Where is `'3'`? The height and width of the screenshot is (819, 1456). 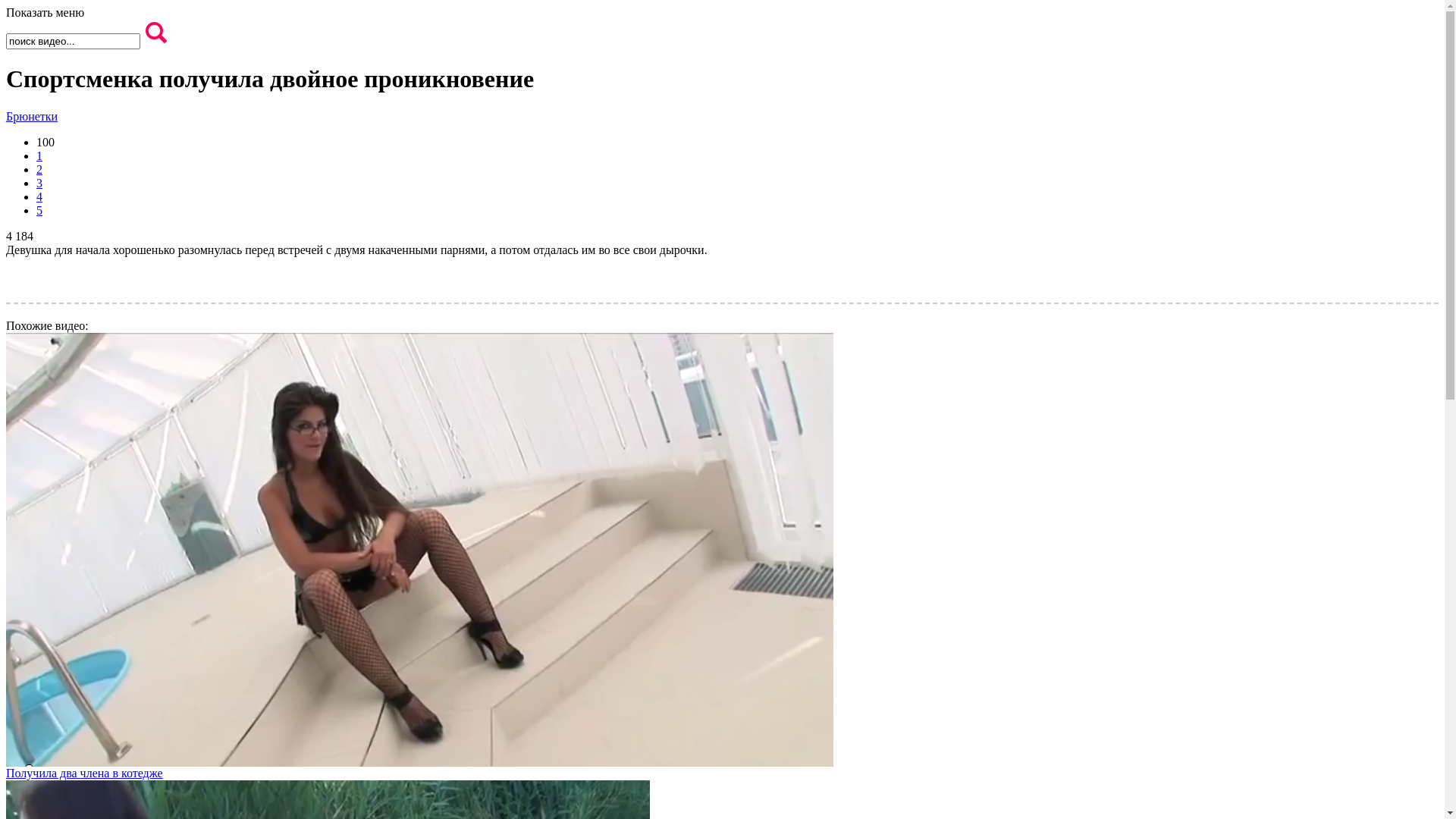 '3' is located at coordinates (39, 182).